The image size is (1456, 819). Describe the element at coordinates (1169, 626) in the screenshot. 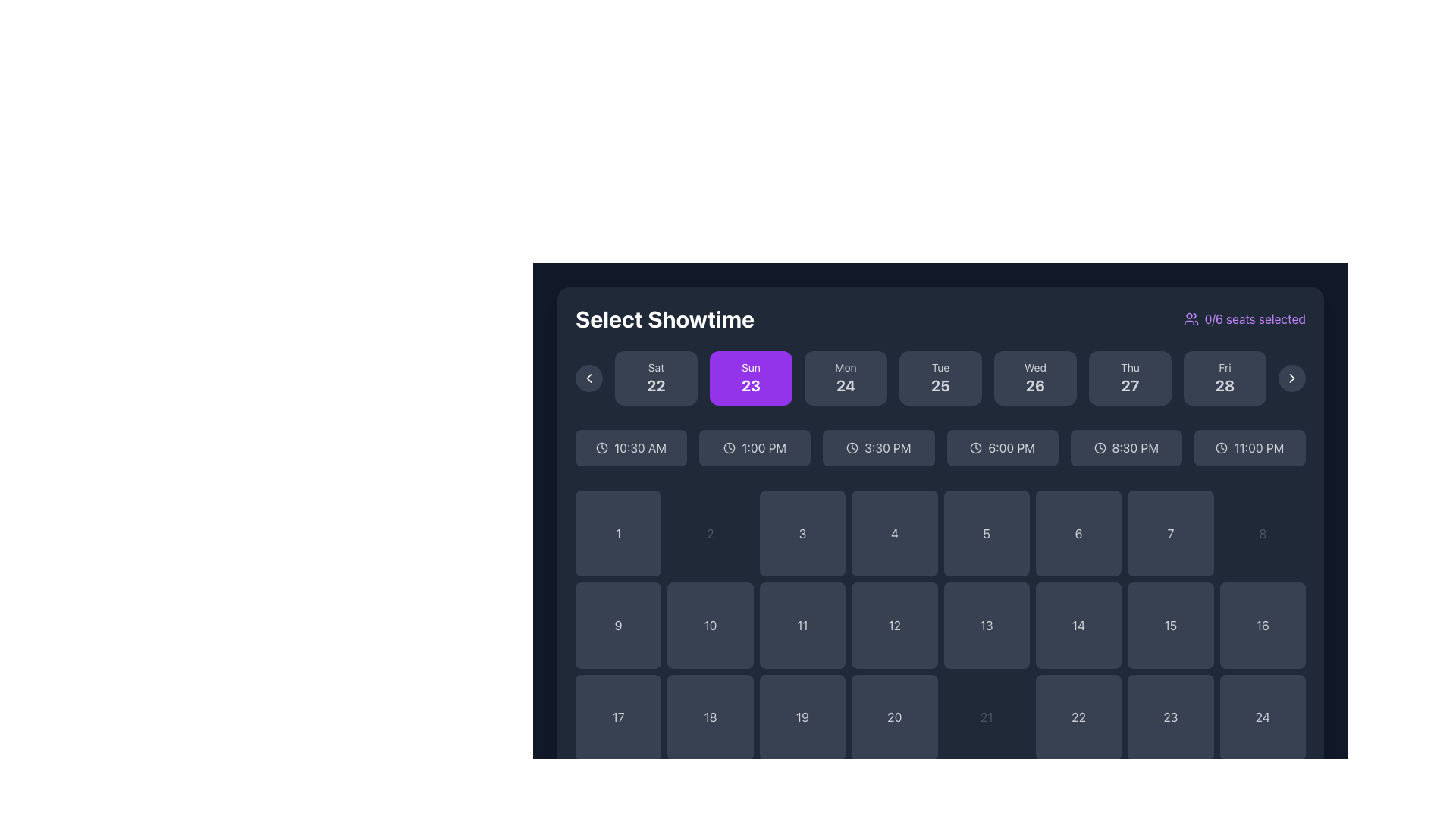

I see `the button labeled '15' in the grid interface, located in the second row and seventh column` at that location.